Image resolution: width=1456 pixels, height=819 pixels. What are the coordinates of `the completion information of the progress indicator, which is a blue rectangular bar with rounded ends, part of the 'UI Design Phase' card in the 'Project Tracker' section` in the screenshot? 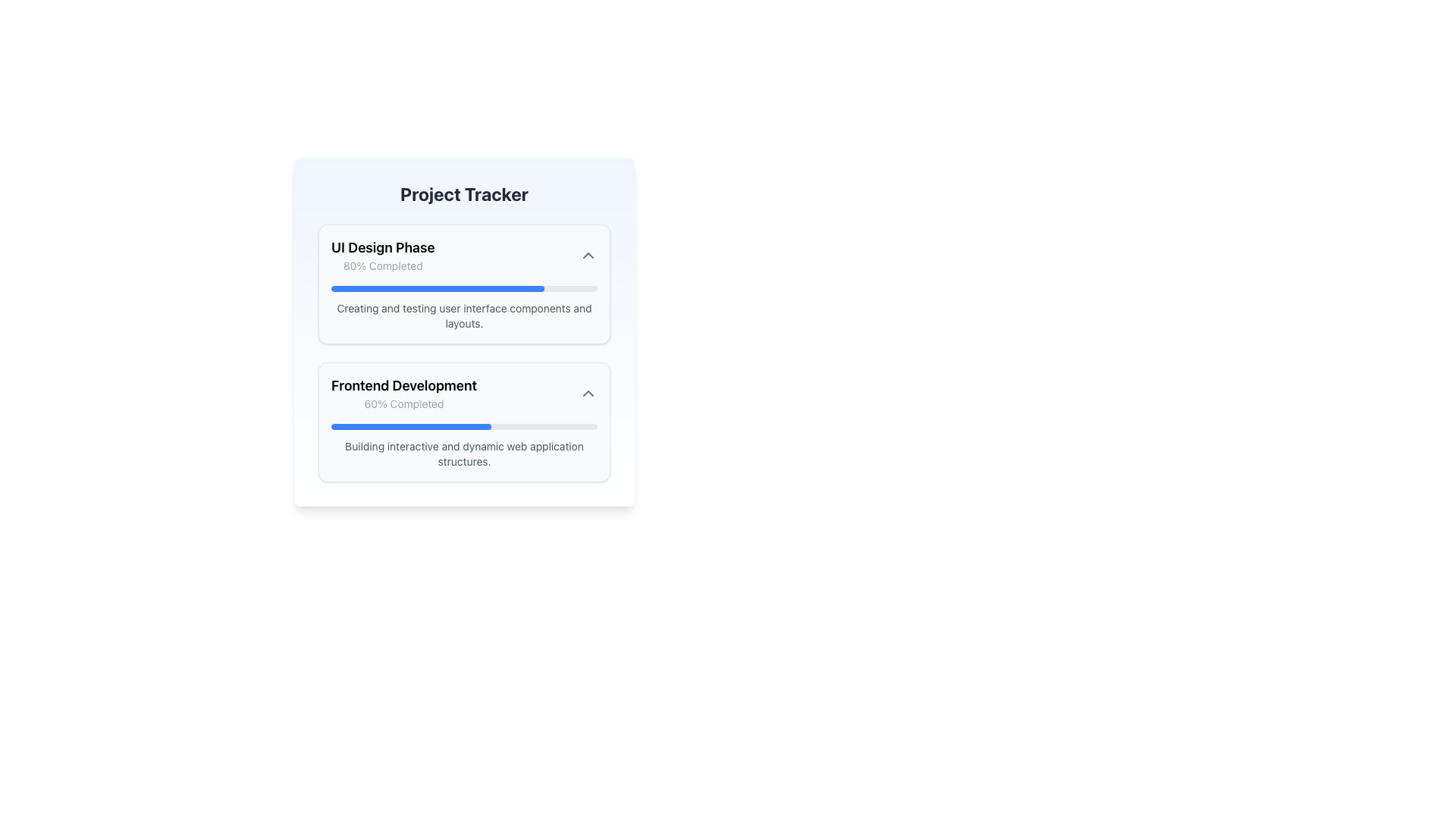 It's located at (437, 289).